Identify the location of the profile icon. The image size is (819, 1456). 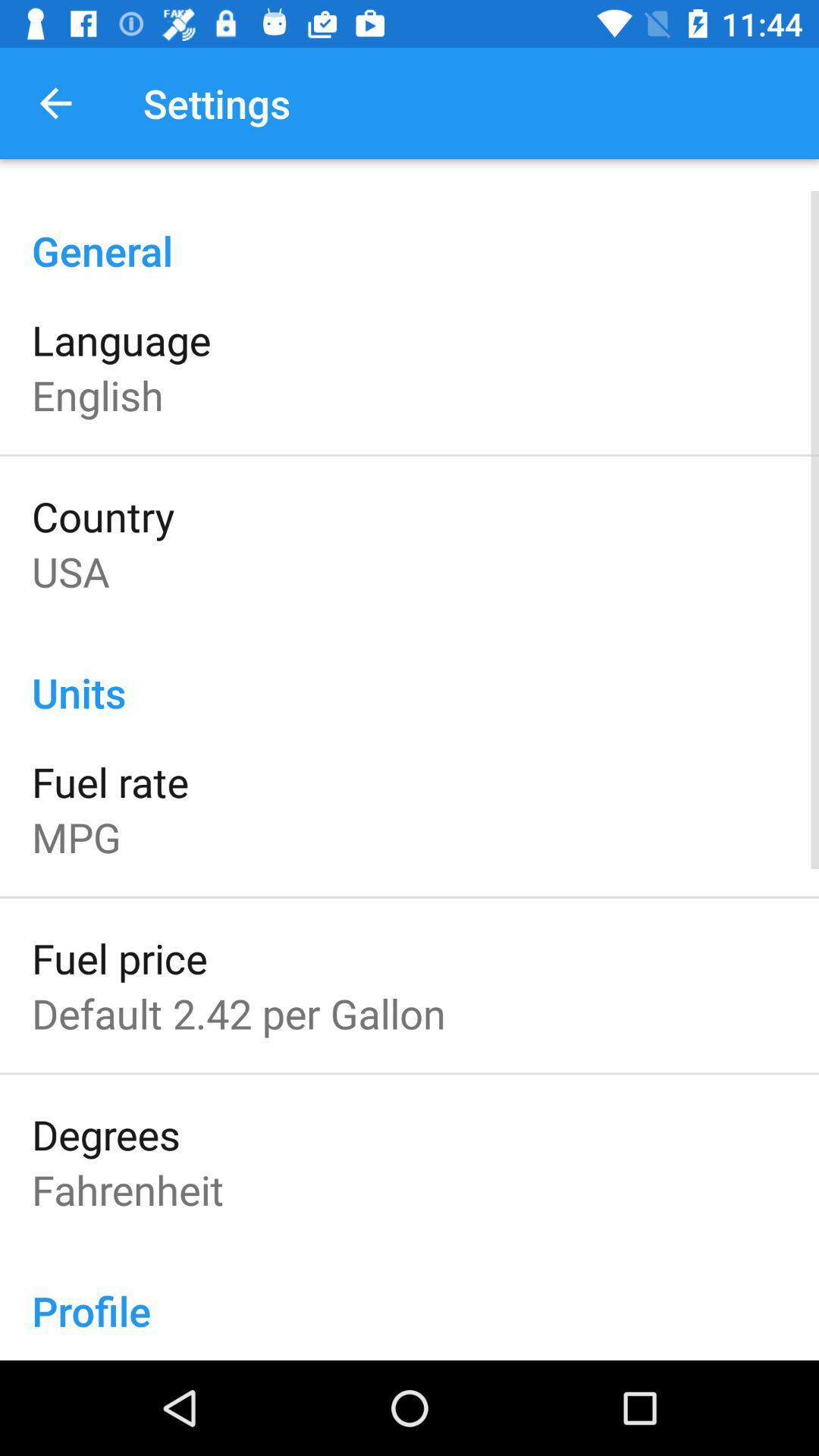
(409, 1294).